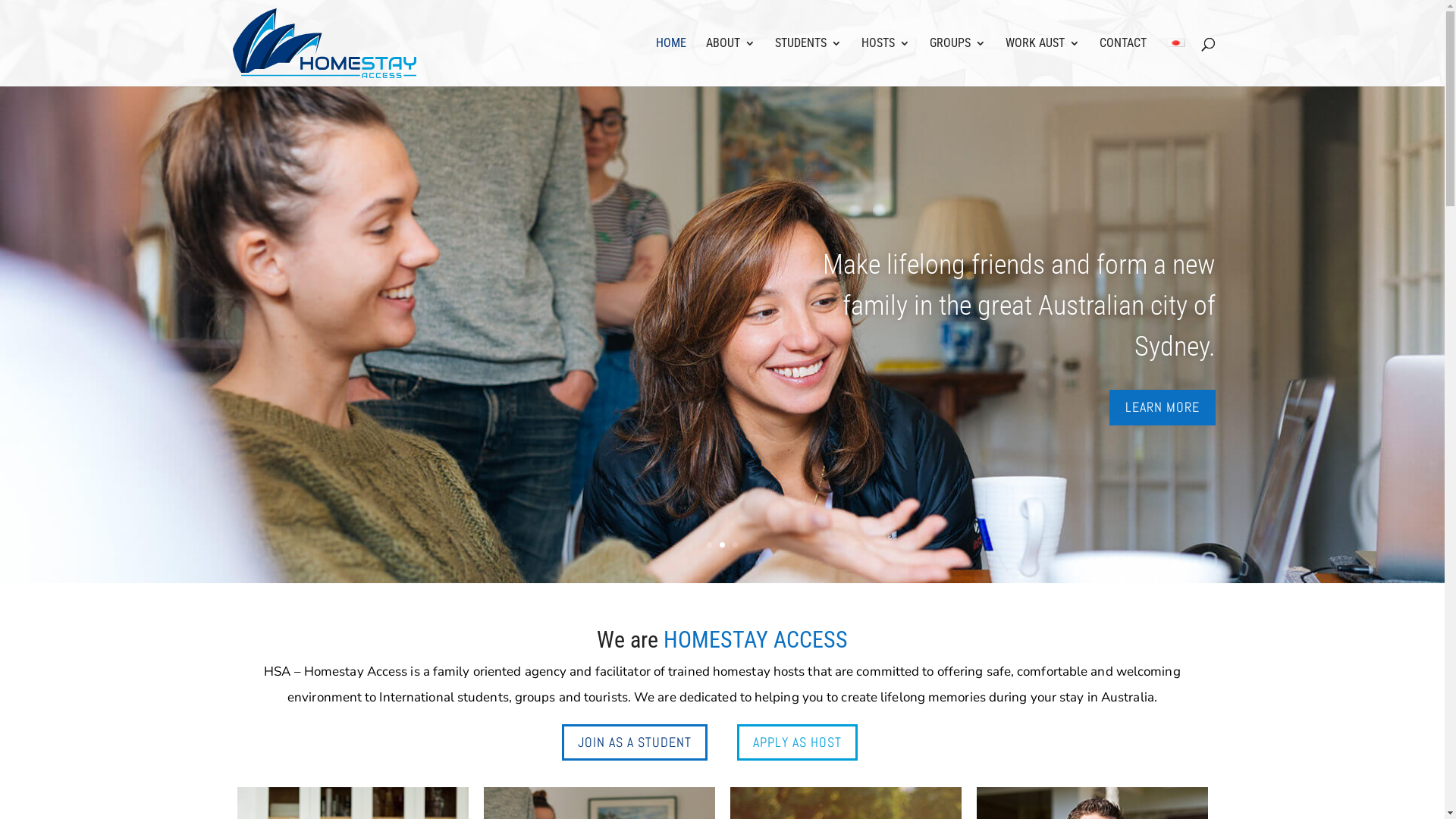 The image size is (1456, 819). Describe the element at coordinates (1041, 61) in the screenshot. I see `'WORK AUST'` at that location.